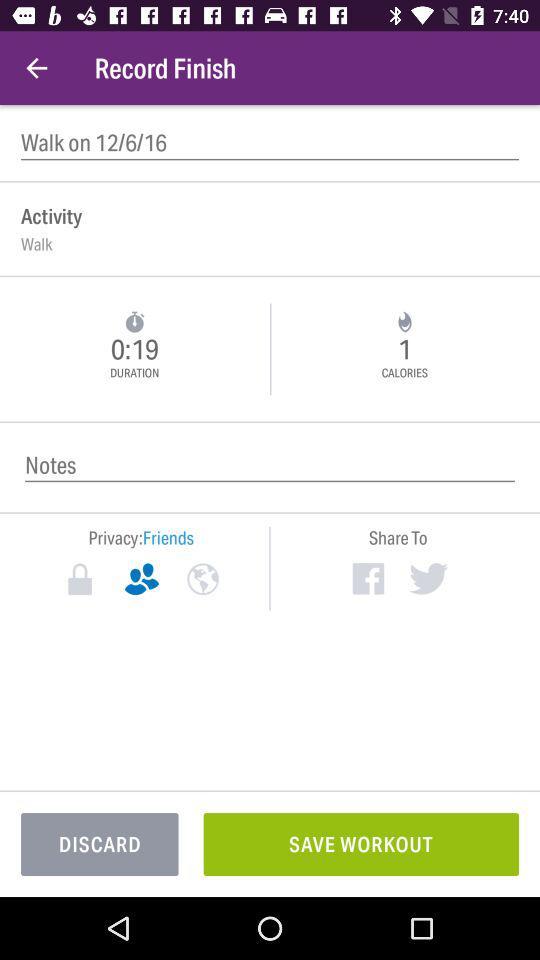  I want to click on the globe icon, so click(202, 579).